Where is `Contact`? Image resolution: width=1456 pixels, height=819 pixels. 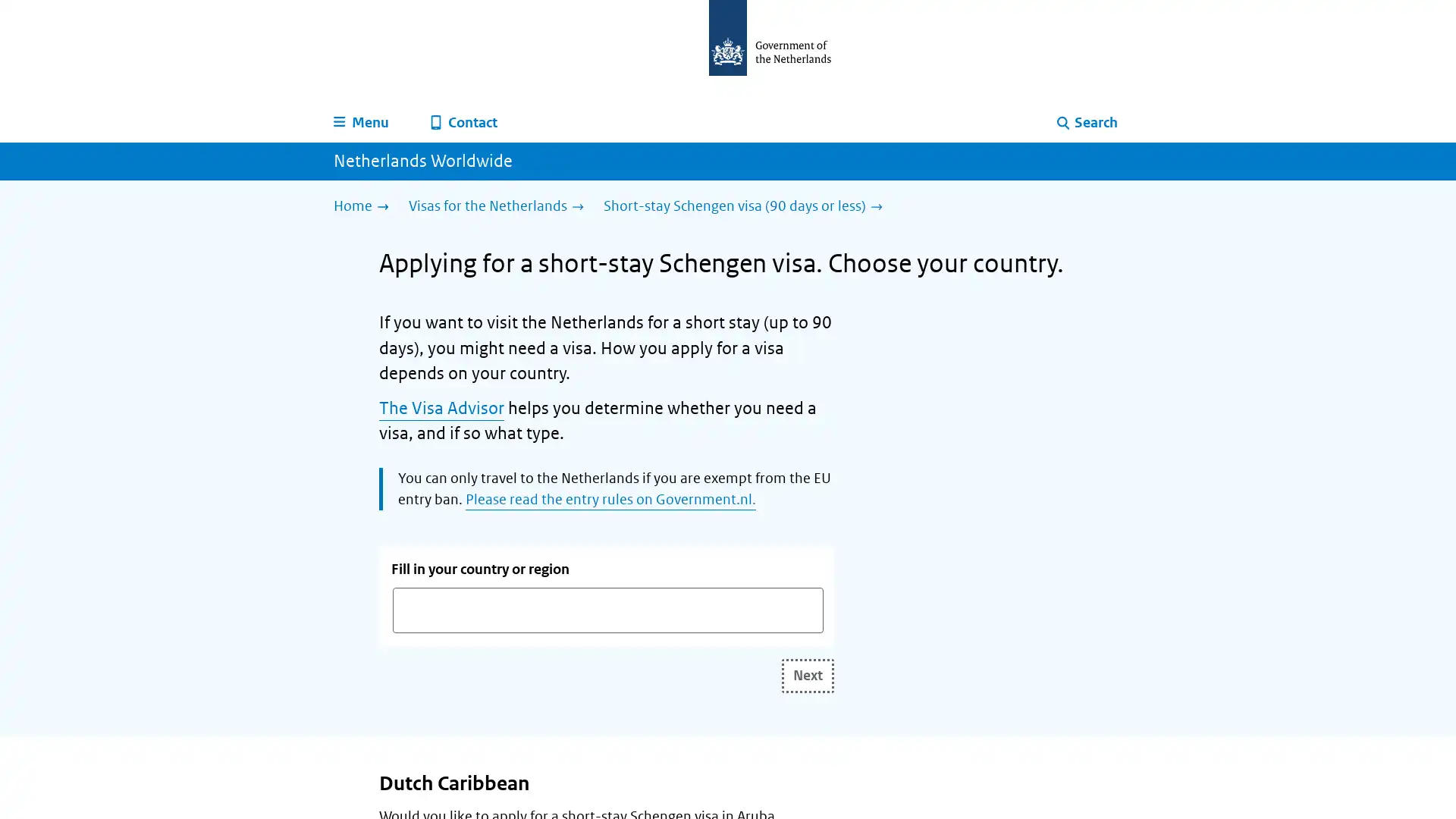 Contact is located at coordinates (463, 122).